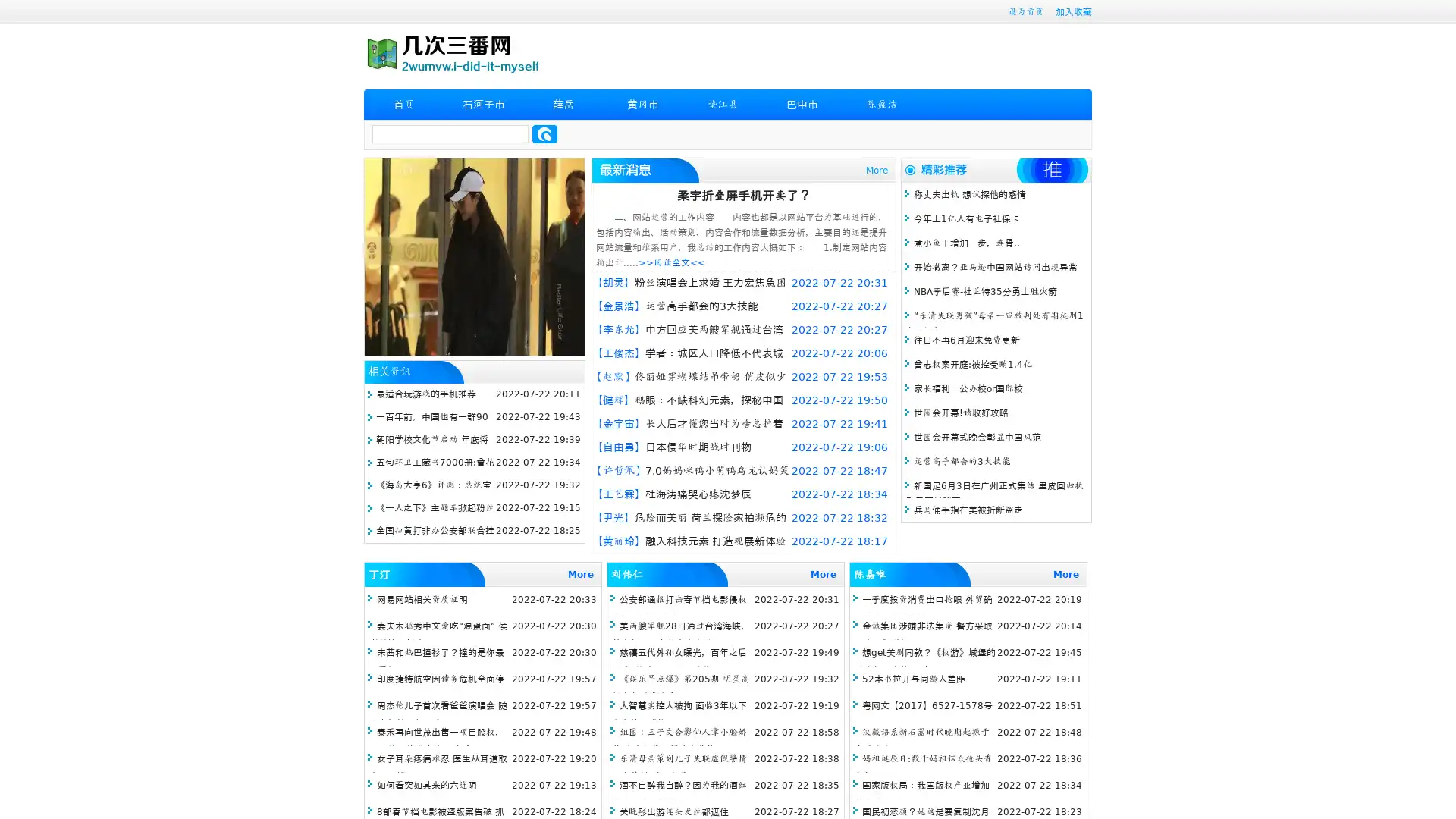  Describe the element at coordinates (544, 133) in the screenshot. I see `Search` at that location.